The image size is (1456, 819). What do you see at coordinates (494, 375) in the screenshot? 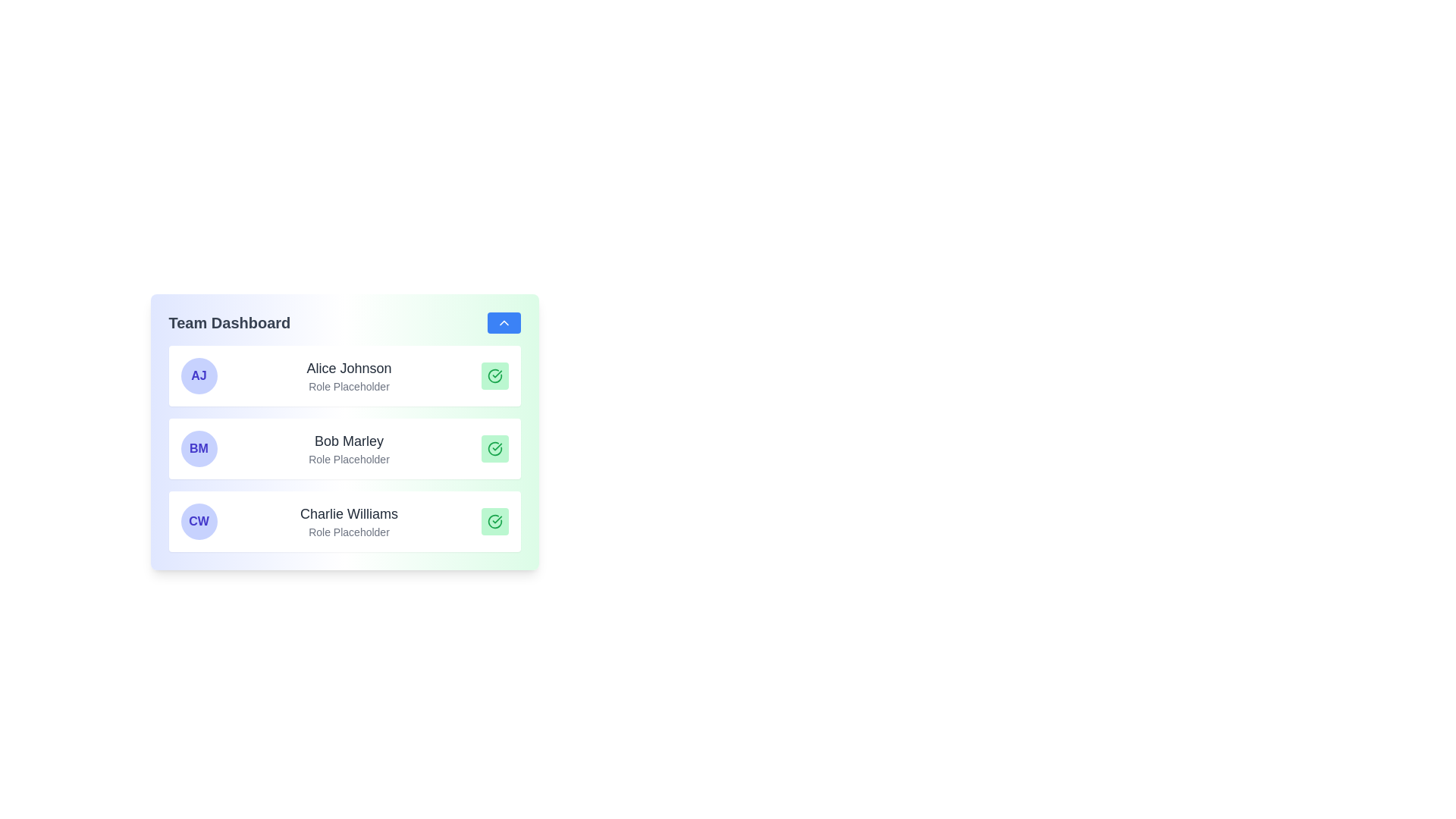
I see `the status icon with a green background and rounded corners in the first row of the list, adjacent to 'Alice Johnson, Role Placeholder'` at bounding box center [494, 375].